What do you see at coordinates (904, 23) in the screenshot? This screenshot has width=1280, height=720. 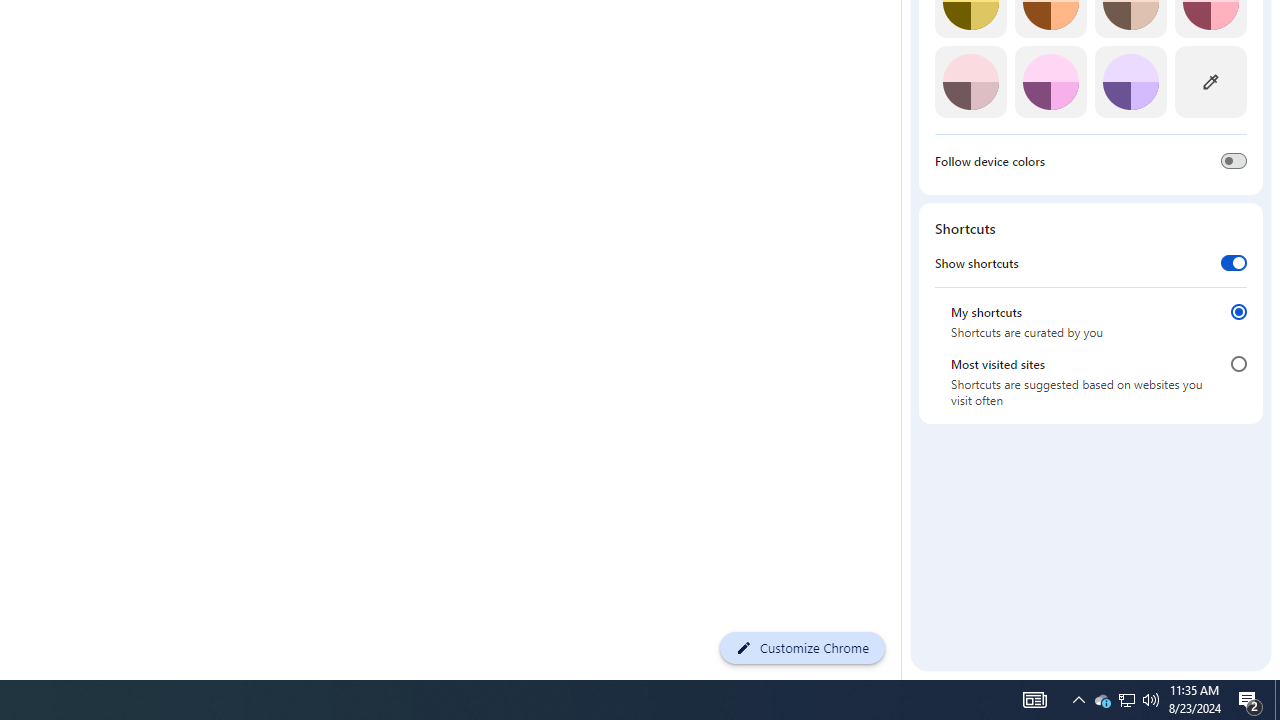 I see `'Side Panel Resize Handle'` at bounding box center [904, 23].